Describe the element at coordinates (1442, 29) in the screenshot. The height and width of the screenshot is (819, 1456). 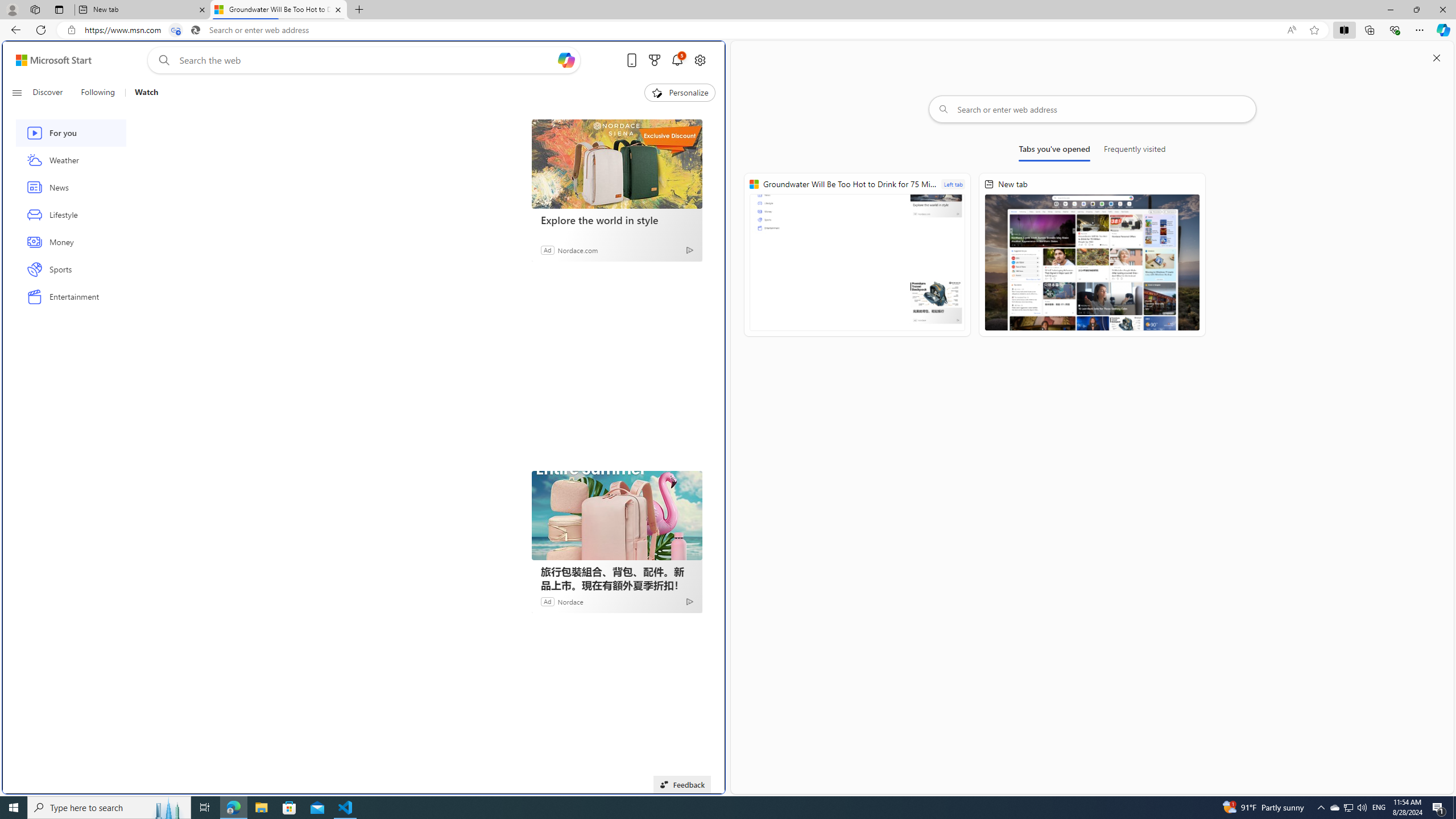
I see `'Copilot (Ctrl+Shift+.)'` at that location.